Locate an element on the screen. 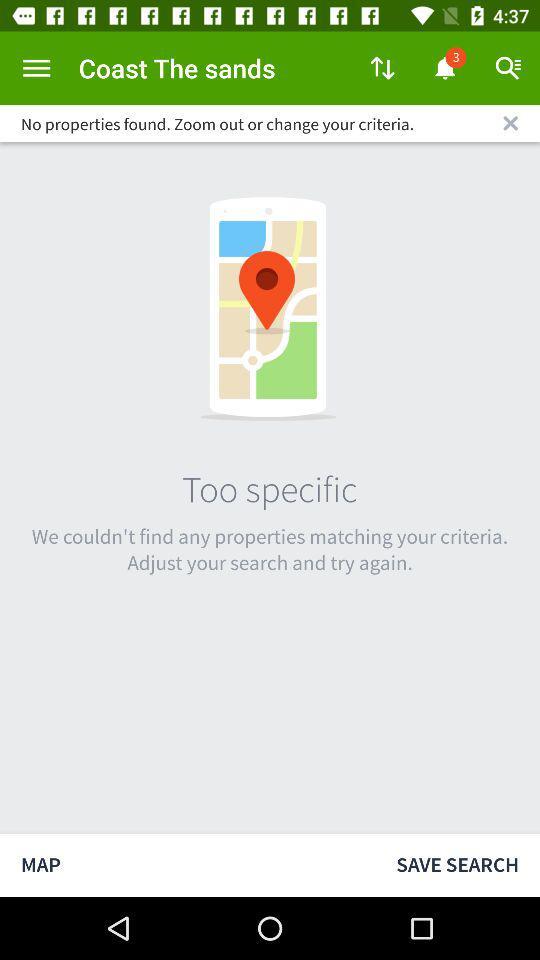  icon at the bottom right corner is located at coordinates (457, 864).